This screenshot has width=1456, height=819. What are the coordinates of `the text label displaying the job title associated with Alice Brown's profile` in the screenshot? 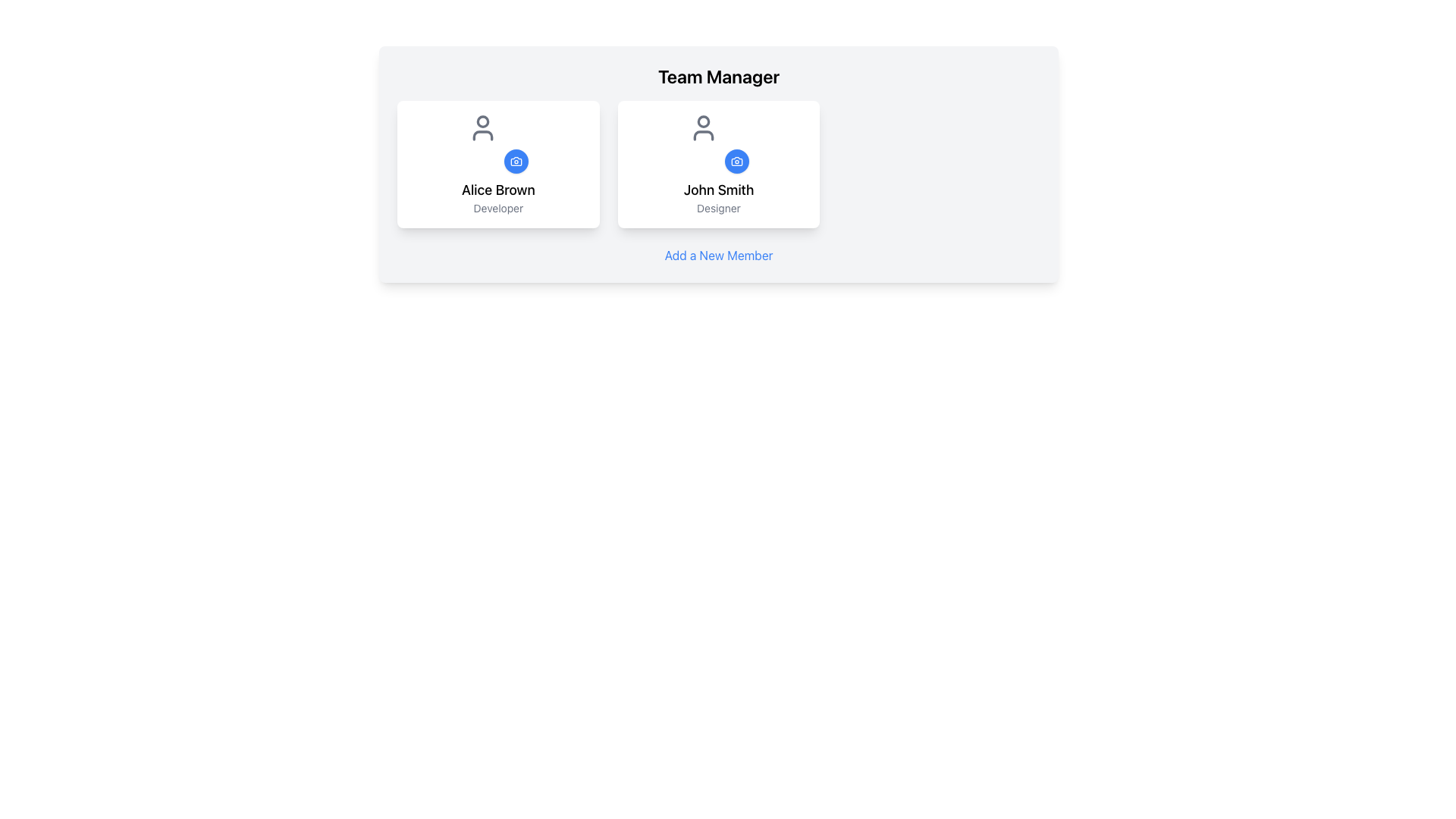 It's located at (498, 208).